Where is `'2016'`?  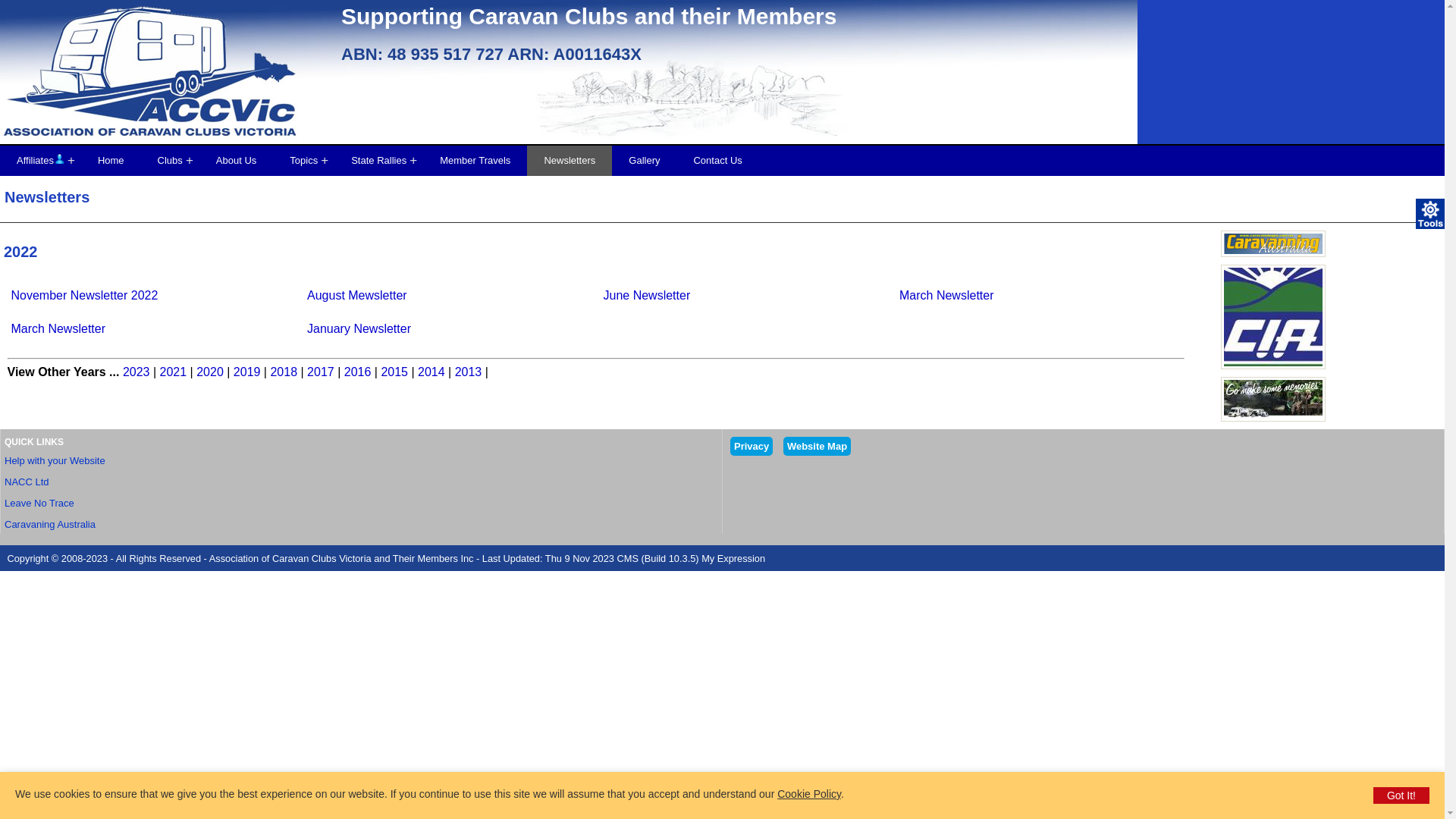
'2016' is located at coordinates (356, 372).